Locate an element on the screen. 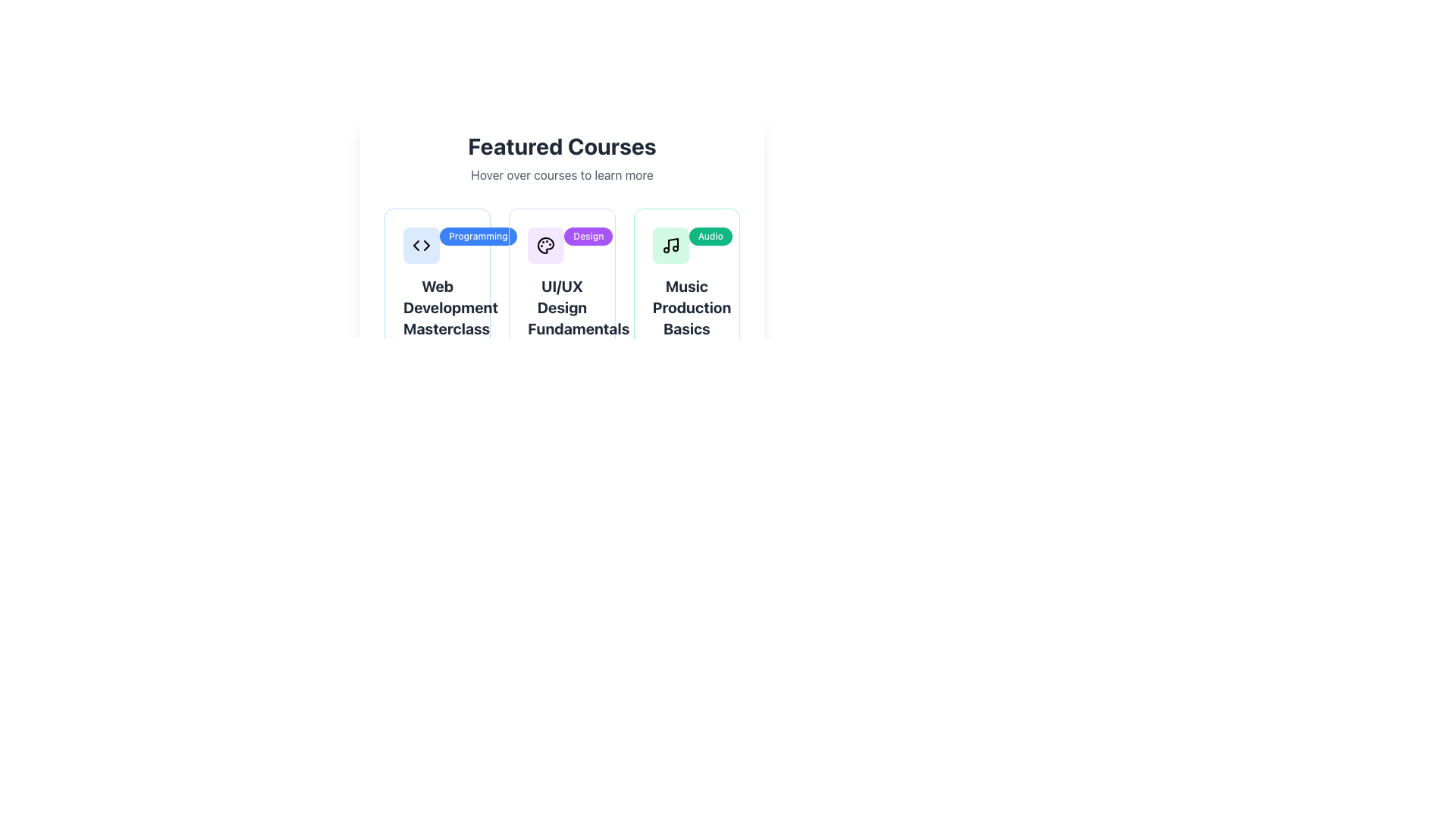 The image size is (1456, 819). the music-related icon depicting a musical note within the 'Featured Courses' section, specifically in the 'Music Production Basics' box, to understand the context is located at coordinates (670, 245).